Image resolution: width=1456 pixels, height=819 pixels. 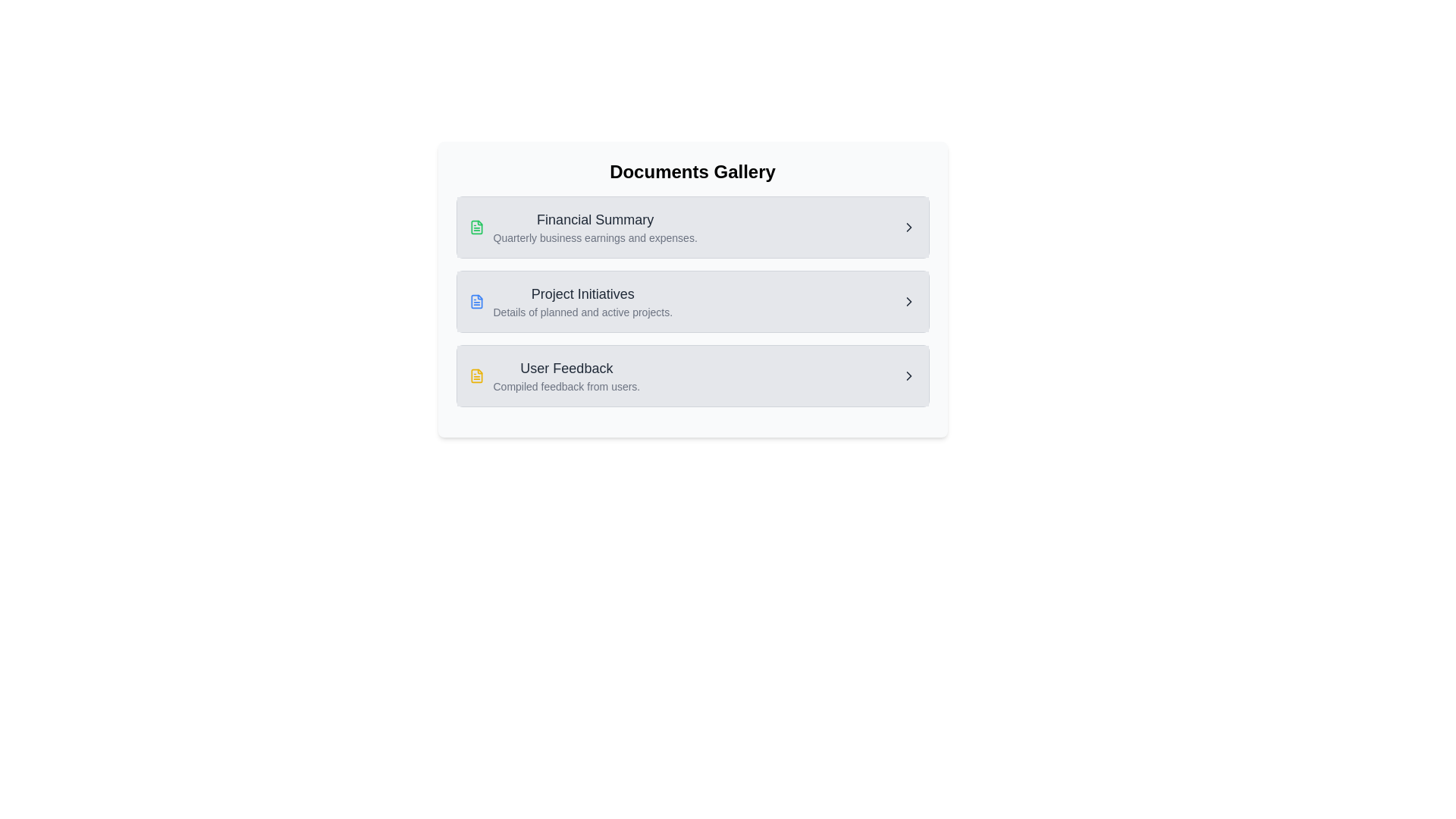 What do you see at coordinates (475, 227) in the screenshot?
I see `the green document file icon located to the left of the 'Financial Summary' title, which is the first icon in a vertical list of items` at bounding box center [475, 227].